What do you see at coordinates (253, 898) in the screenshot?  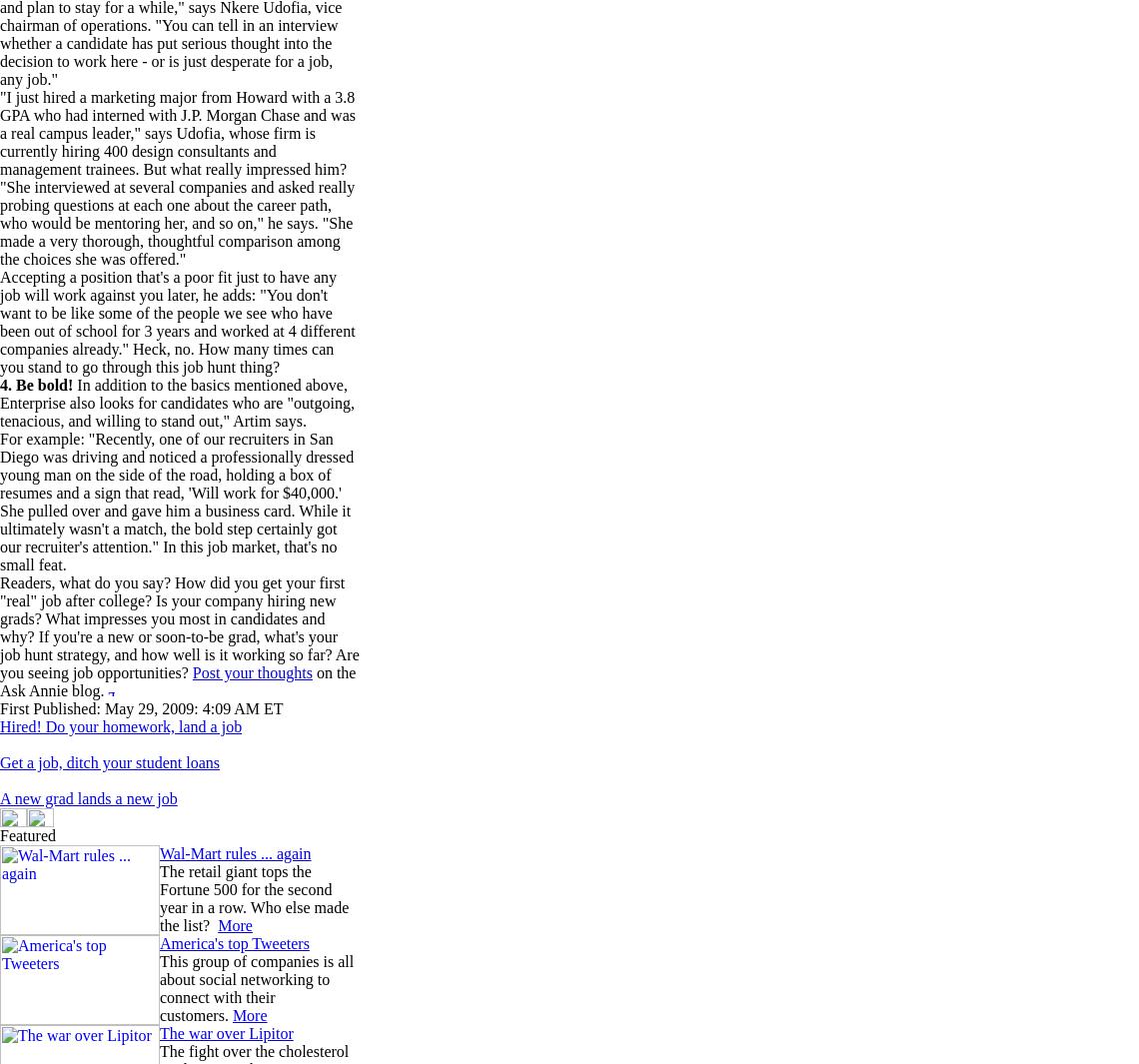 I see `'The retail giant tops the Fortune 500 for the second year in a row. Who else made the list?'` at bounding box center [253, 898].